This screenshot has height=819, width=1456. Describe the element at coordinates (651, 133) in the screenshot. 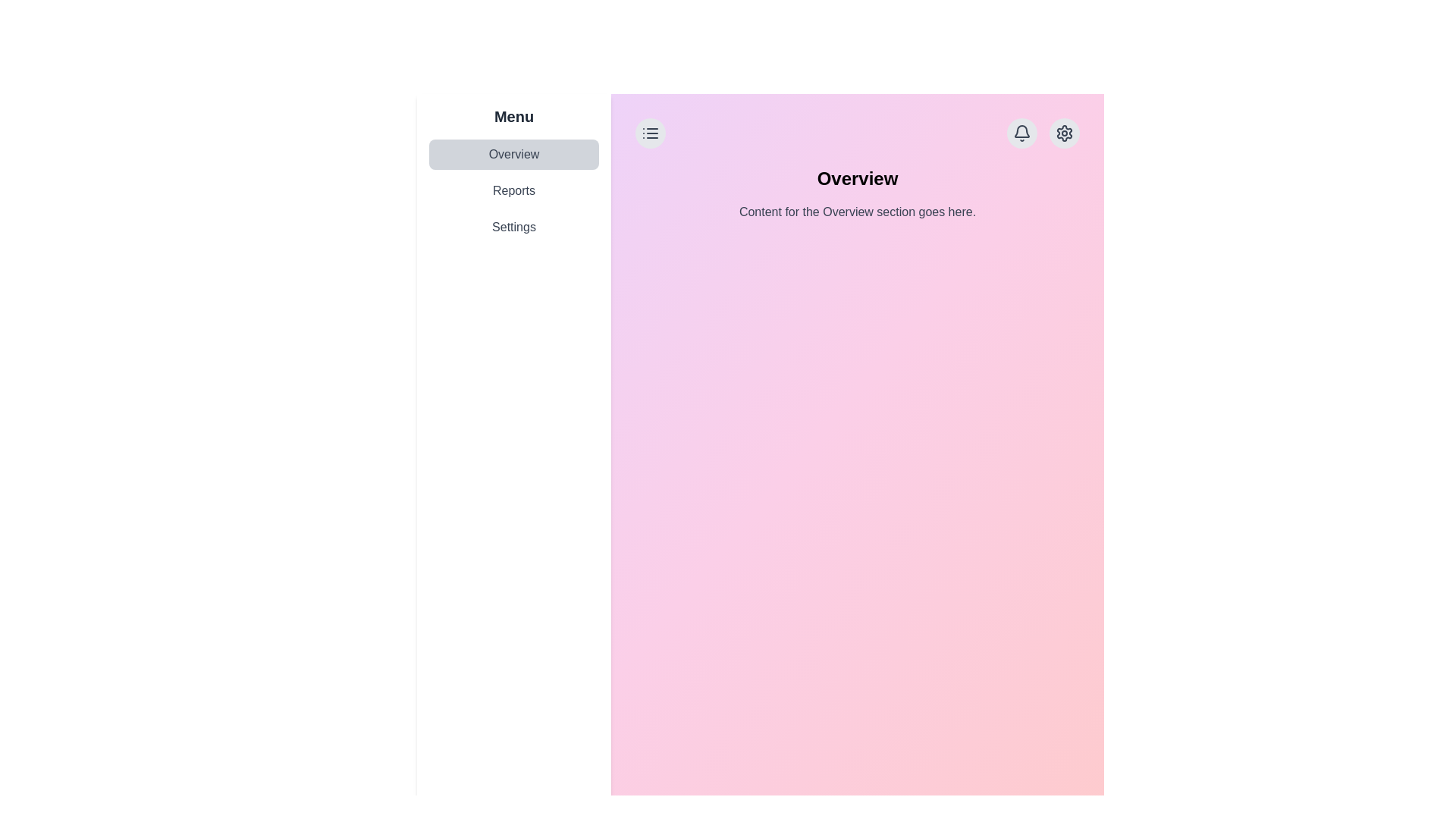

I see `the hamburger menu icon, which consists of three horizontal lines in medium gray color, located near the top-left corner of the main content area` at that location.